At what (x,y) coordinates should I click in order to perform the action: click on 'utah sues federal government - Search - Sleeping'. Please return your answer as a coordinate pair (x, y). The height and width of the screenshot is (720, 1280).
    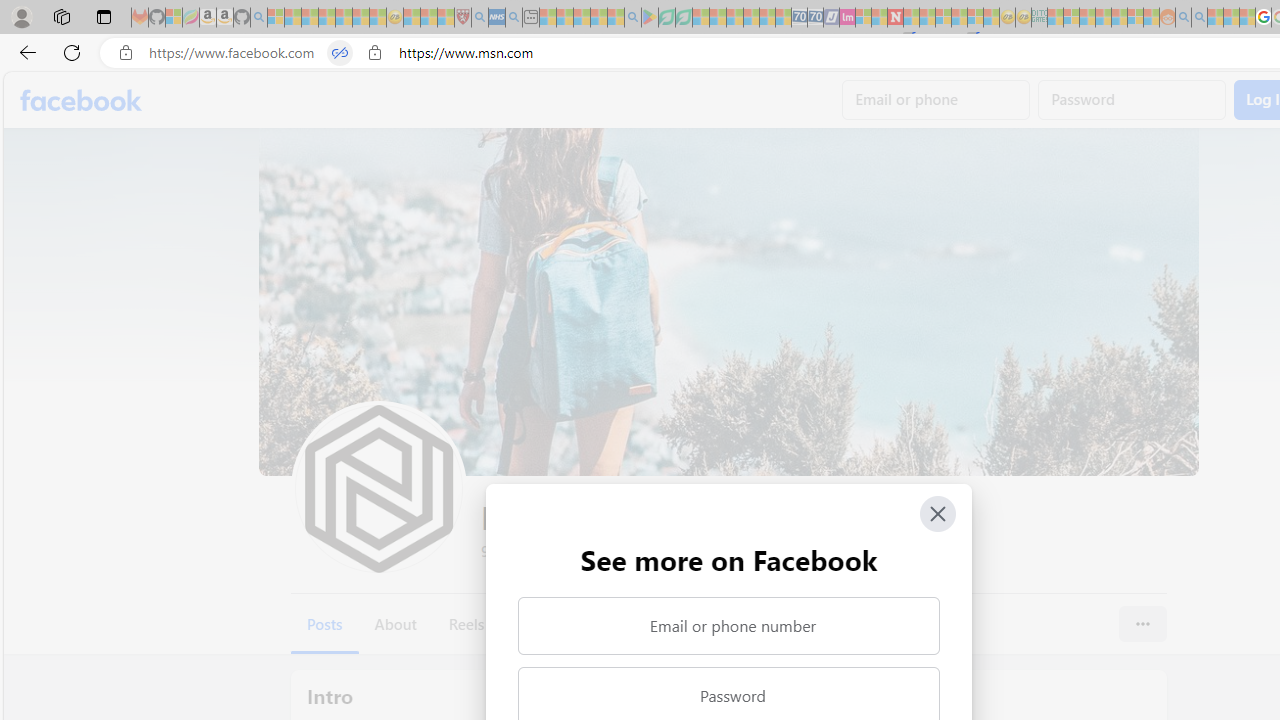
    Looking at the image, I should click on (513, 17).